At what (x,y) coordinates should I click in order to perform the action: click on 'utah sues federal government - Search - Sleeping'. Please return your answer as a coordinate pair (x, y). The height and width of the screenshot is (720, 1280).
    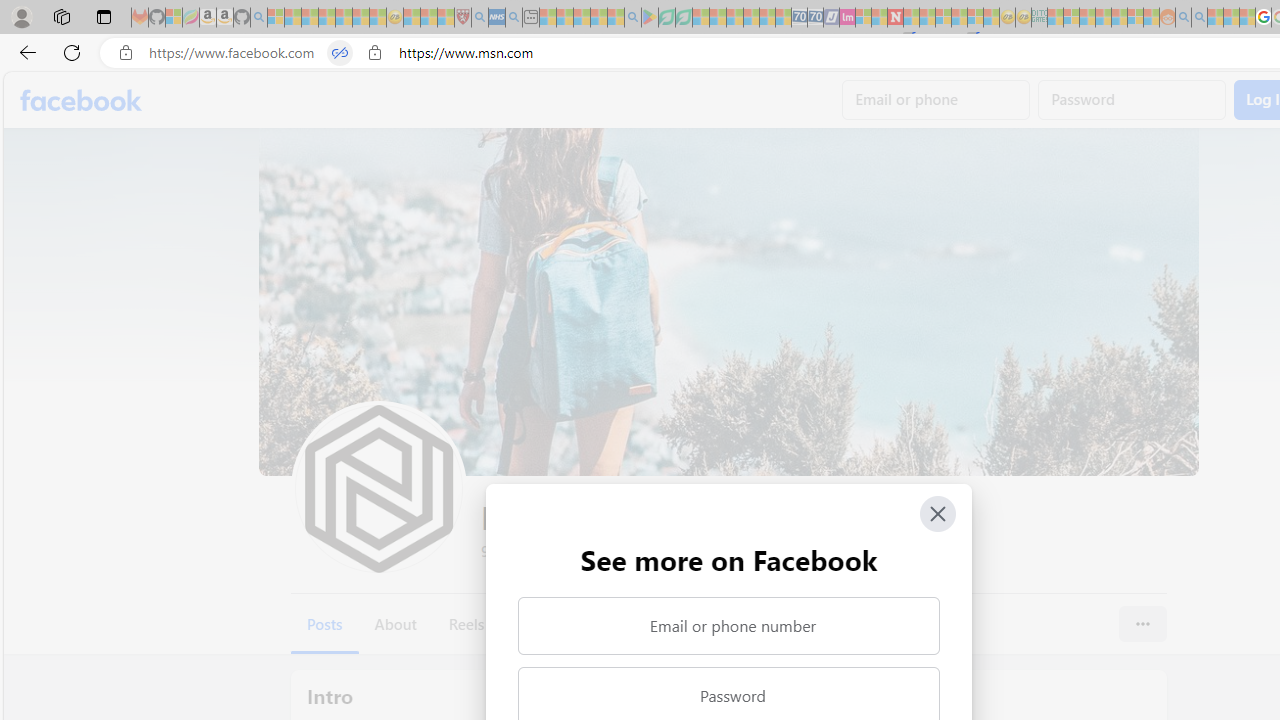
    Looking at the image, I should click on (513, 17).